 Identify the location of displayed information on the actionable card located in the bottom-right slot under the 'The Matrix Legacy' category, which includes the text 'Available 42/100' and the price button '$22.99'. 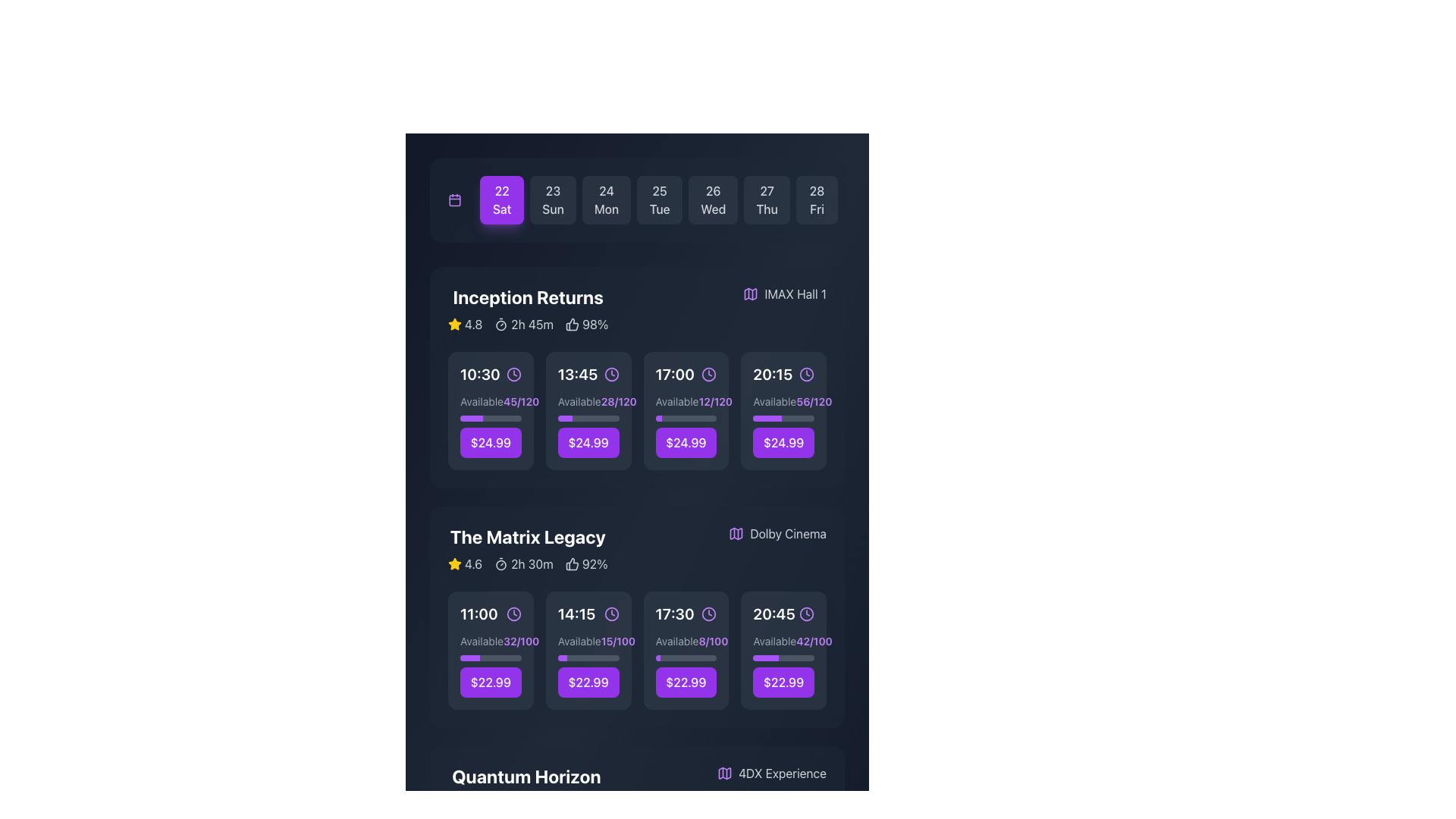
(783, 665).